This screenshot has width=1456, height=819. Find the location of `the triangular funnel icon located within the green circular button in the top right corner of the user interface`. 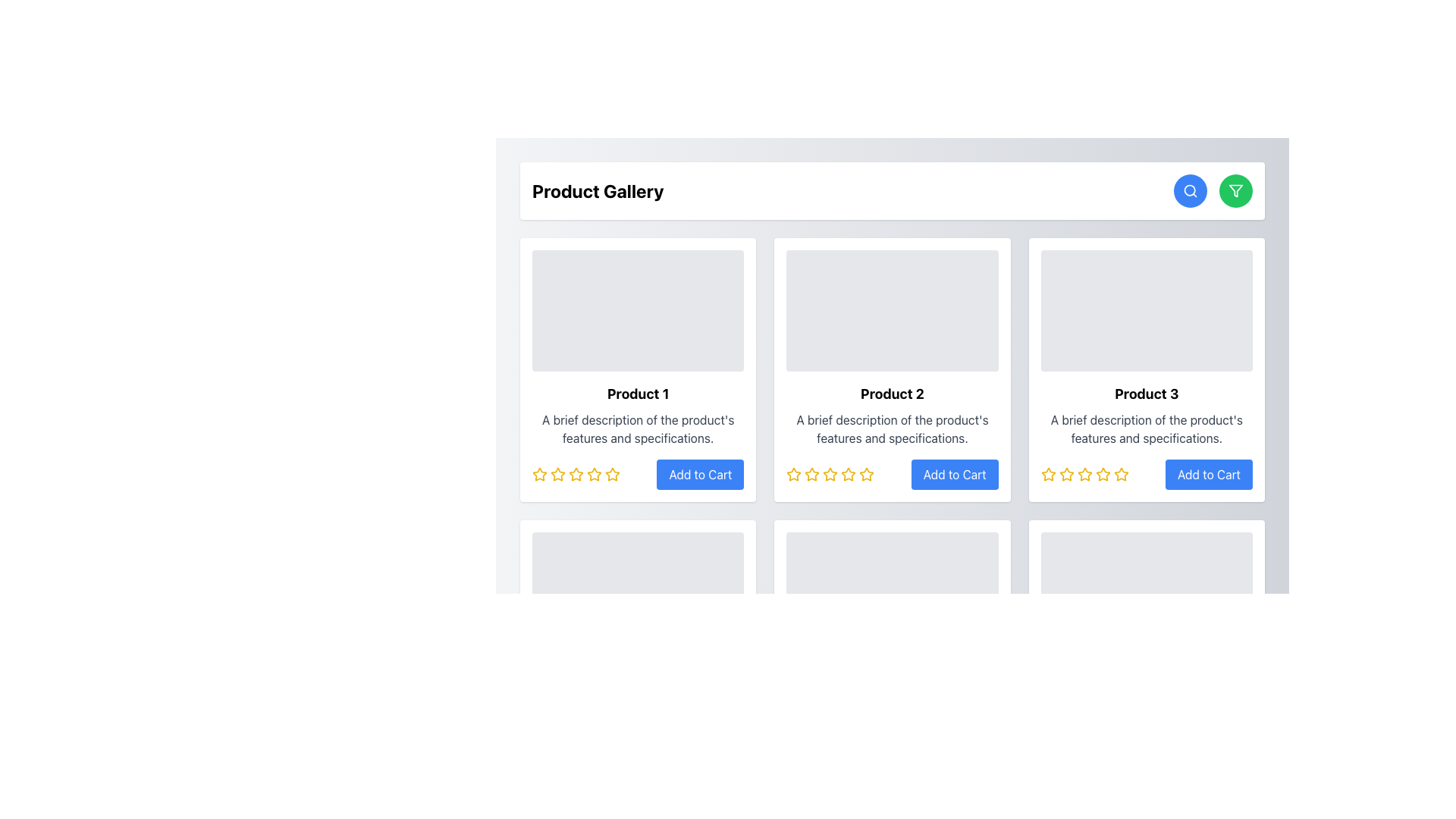

the triangular funnel icon located within the green circular button in the top right corner of the user interface is located at coordinates (1236, 190).